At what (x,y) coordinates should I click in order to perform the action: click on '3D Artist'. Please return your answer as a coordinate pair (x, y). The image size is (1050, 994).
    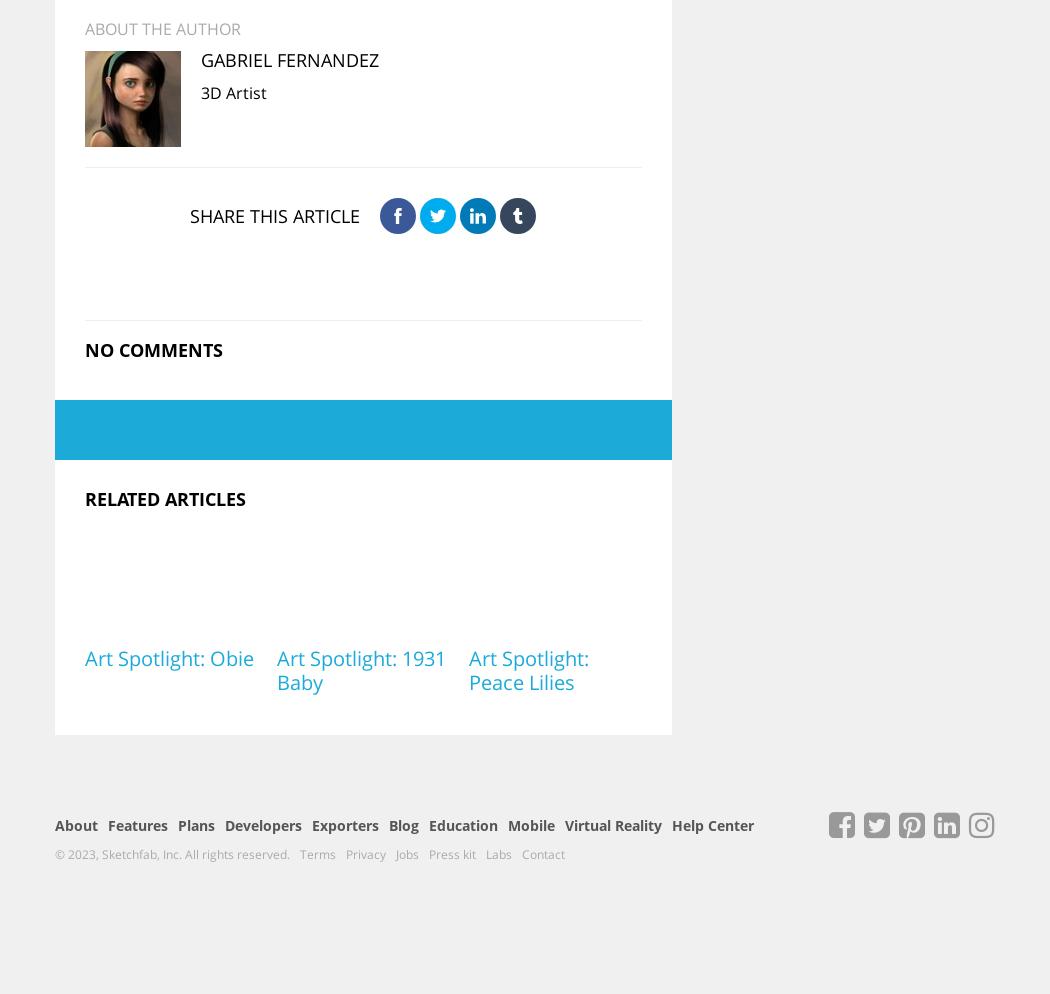
    Looking at the image, I should click on (199, 92).